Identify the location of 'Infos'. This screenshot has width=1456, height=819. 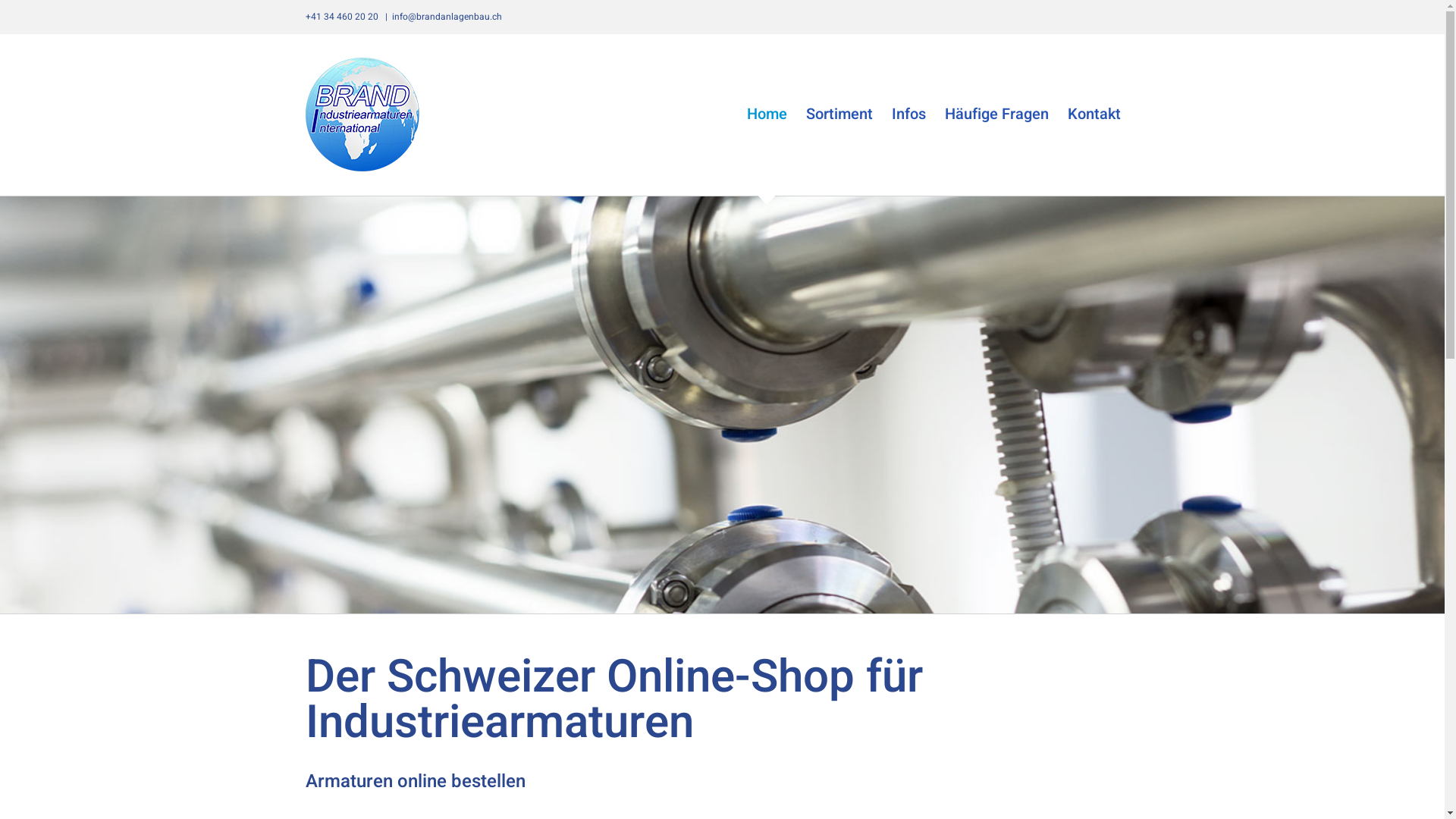
(908, 113).